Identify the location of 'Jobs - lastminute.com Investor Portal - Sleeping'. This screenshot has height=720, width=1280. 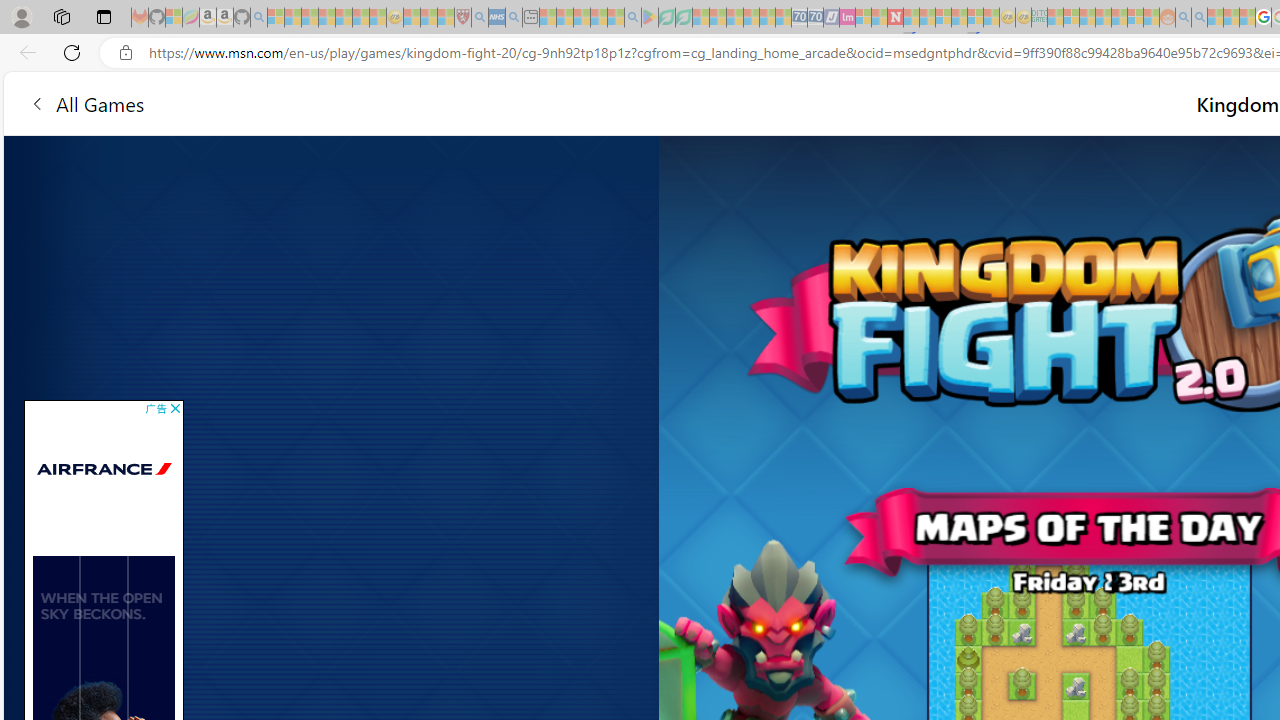
(847, 17).